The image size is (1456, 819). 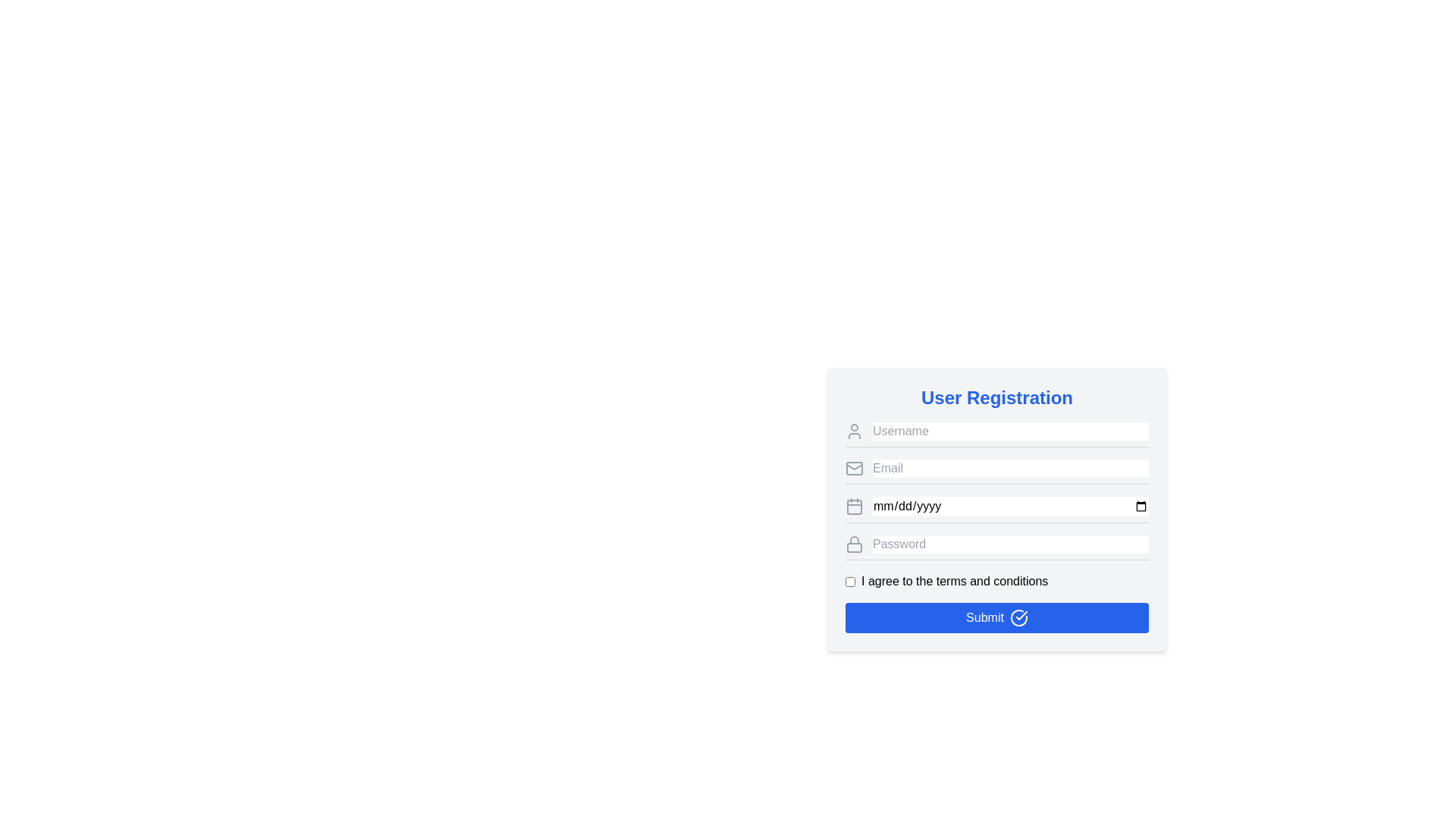 What do you see at coordinates (855, 543) in the screenshot?
I see `the decorative 'Password' icon located at the beginning of the 'Password' input field, which signifies security or privacy` at bounding box center [855, 543].